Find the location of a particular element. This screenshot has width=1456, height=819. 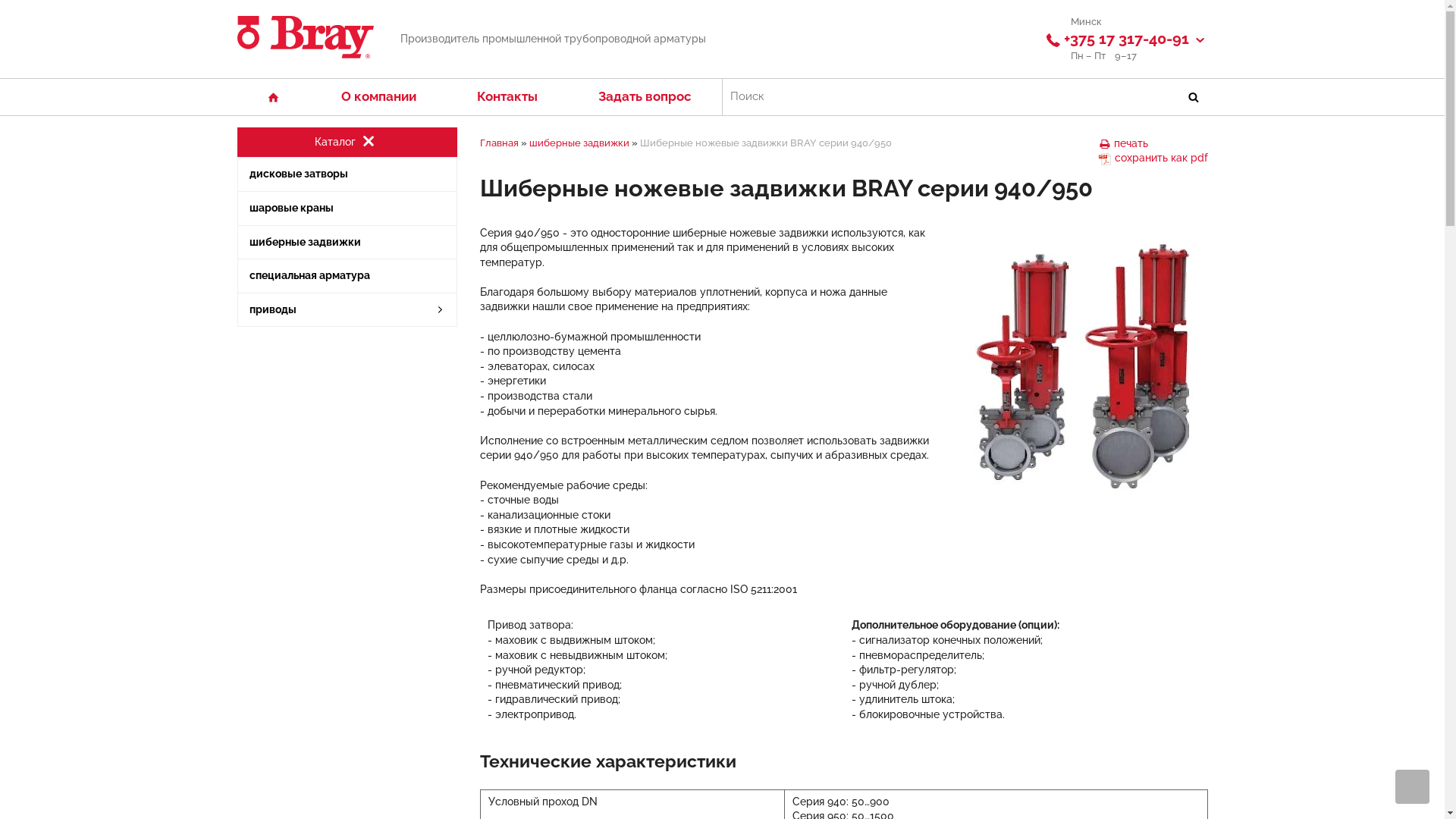

'+375 17 317-40-91' is located at coordinates (1125, 38).